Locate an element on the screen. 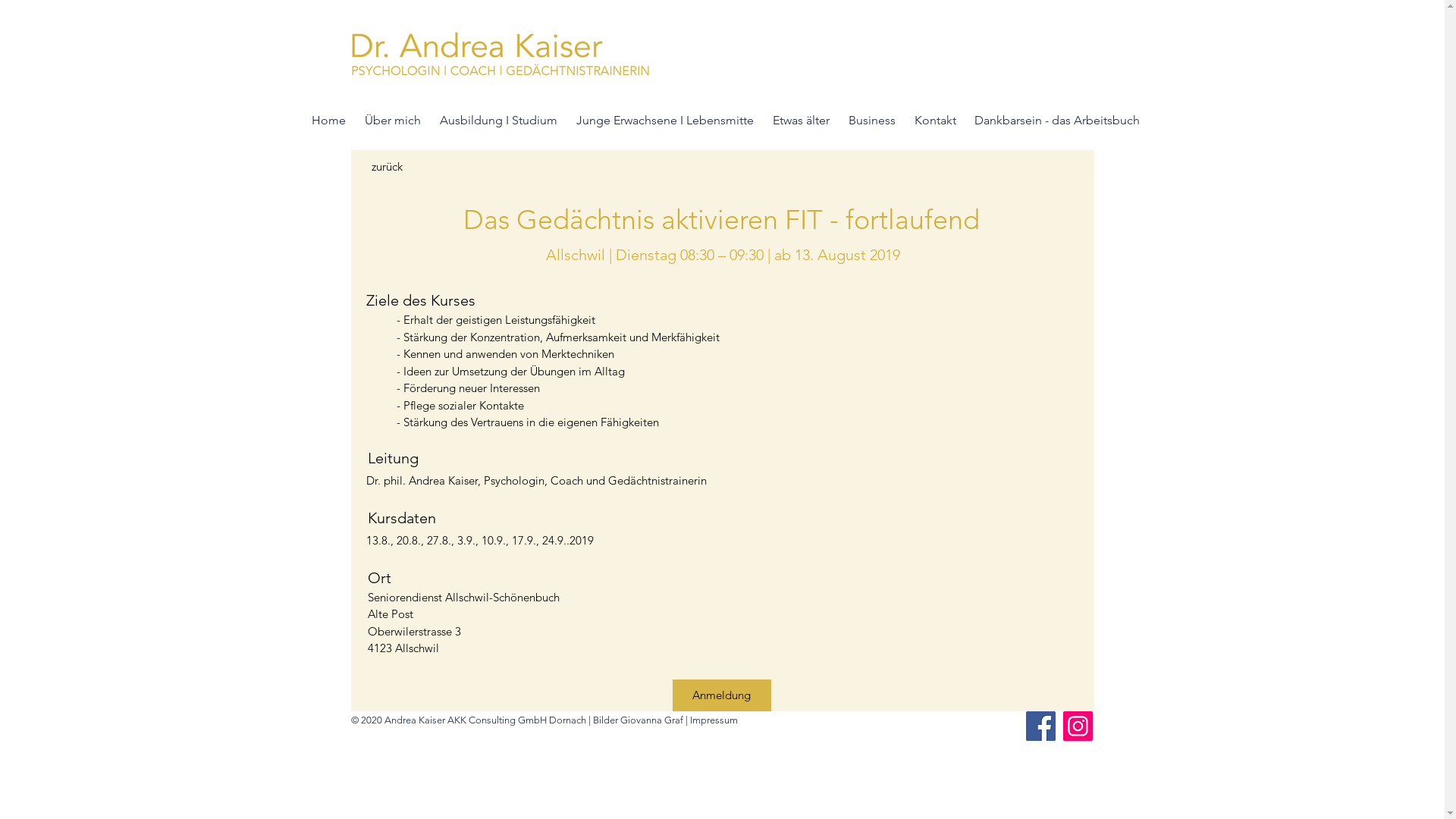 This screenshot has height=819, width=1456. 'Anmeldung' is located at coordinates (720, 695).